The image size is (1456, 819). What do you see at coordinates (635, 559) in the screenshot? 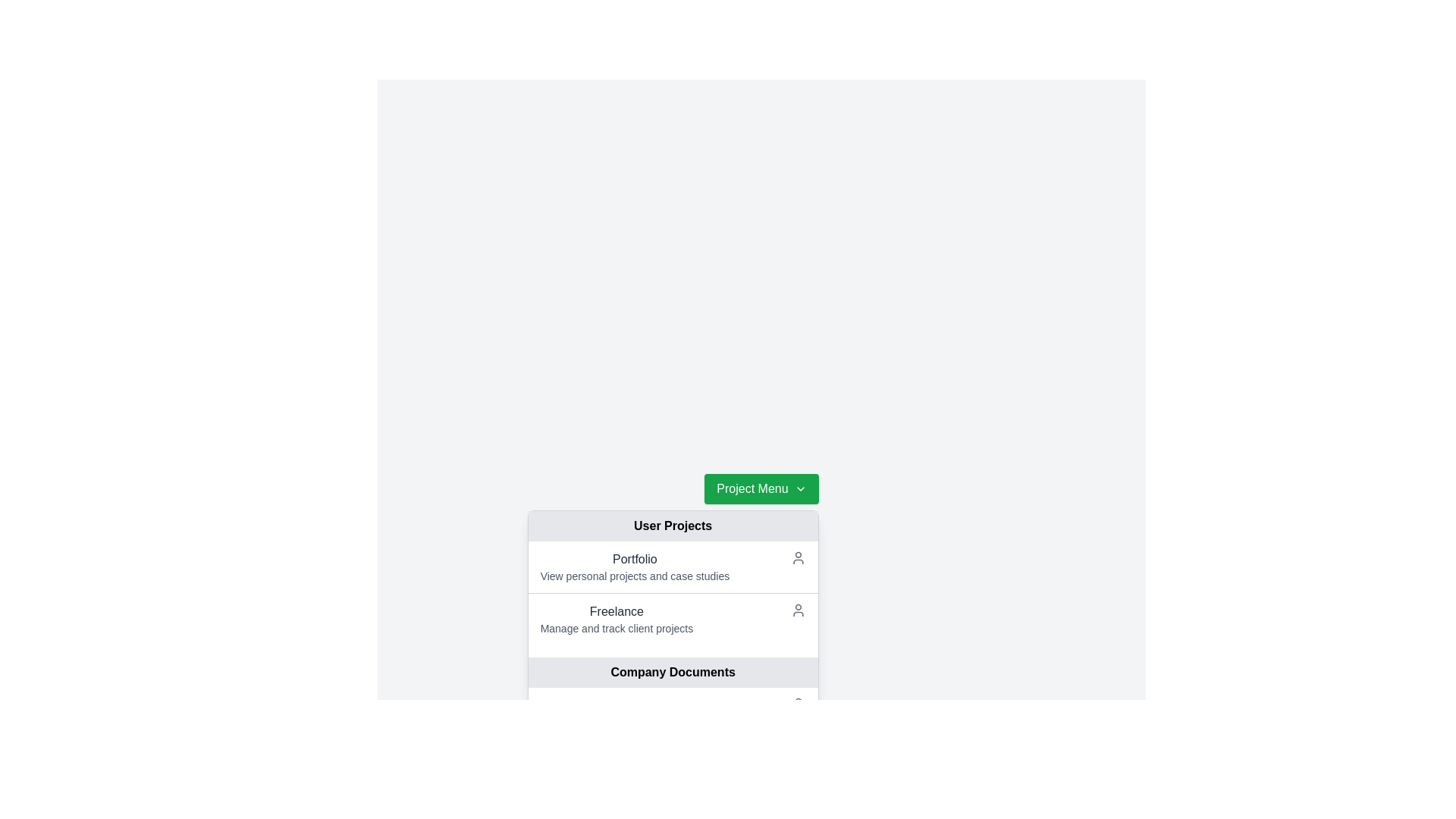
I see `the 'Portfolio' text label, which is the first item in the 'User Projects' dropdown menu, to interact with this item` at bounding box center [635, 559].